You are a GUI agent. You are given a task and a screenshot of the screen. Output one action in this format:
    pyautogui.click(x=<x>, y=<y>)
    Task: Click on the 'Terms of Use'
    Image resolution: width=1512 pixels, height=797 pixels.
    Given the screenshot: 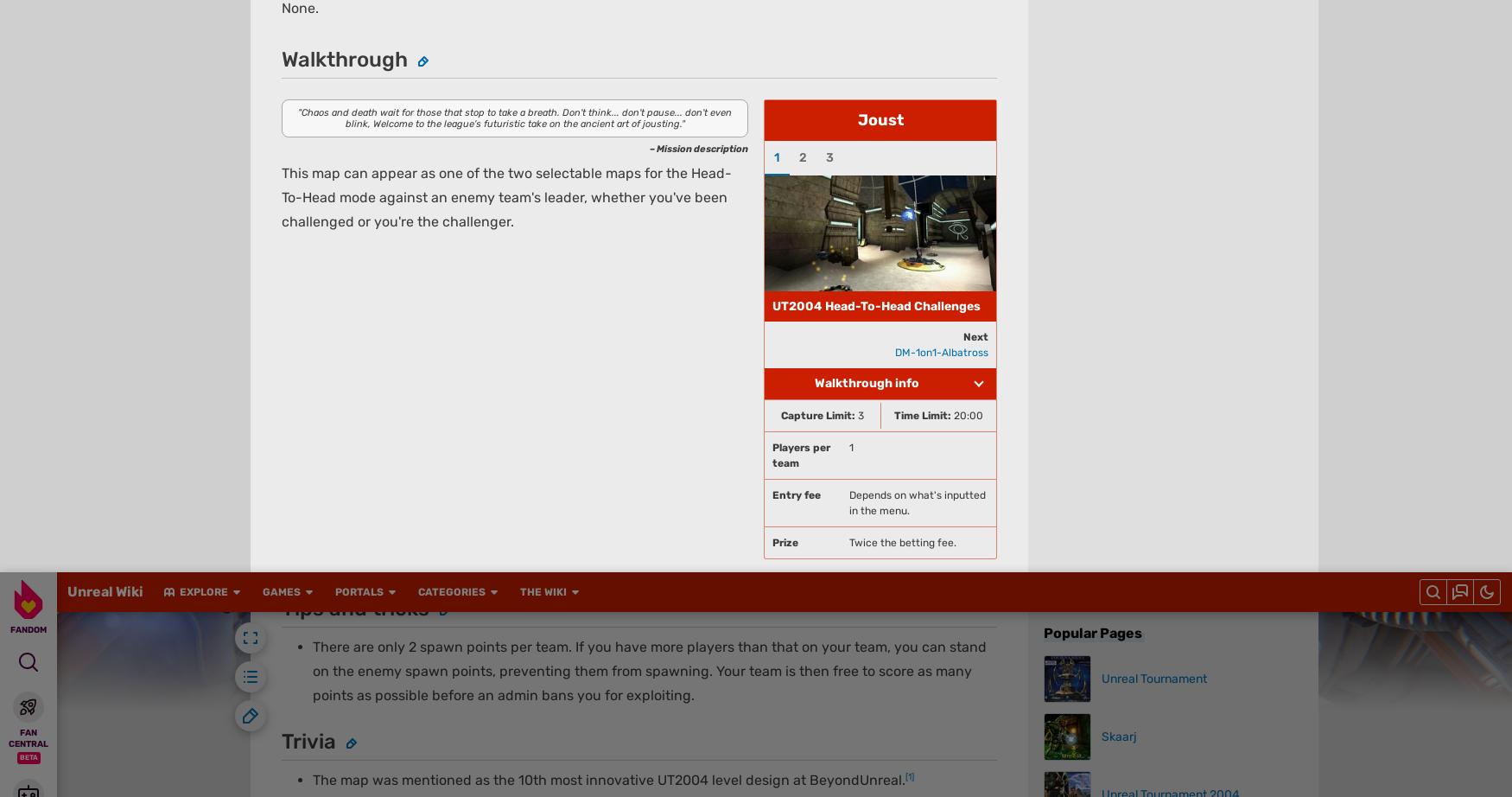 What is the action you would take?
    pyautogui.click(x=612, y=29)
    